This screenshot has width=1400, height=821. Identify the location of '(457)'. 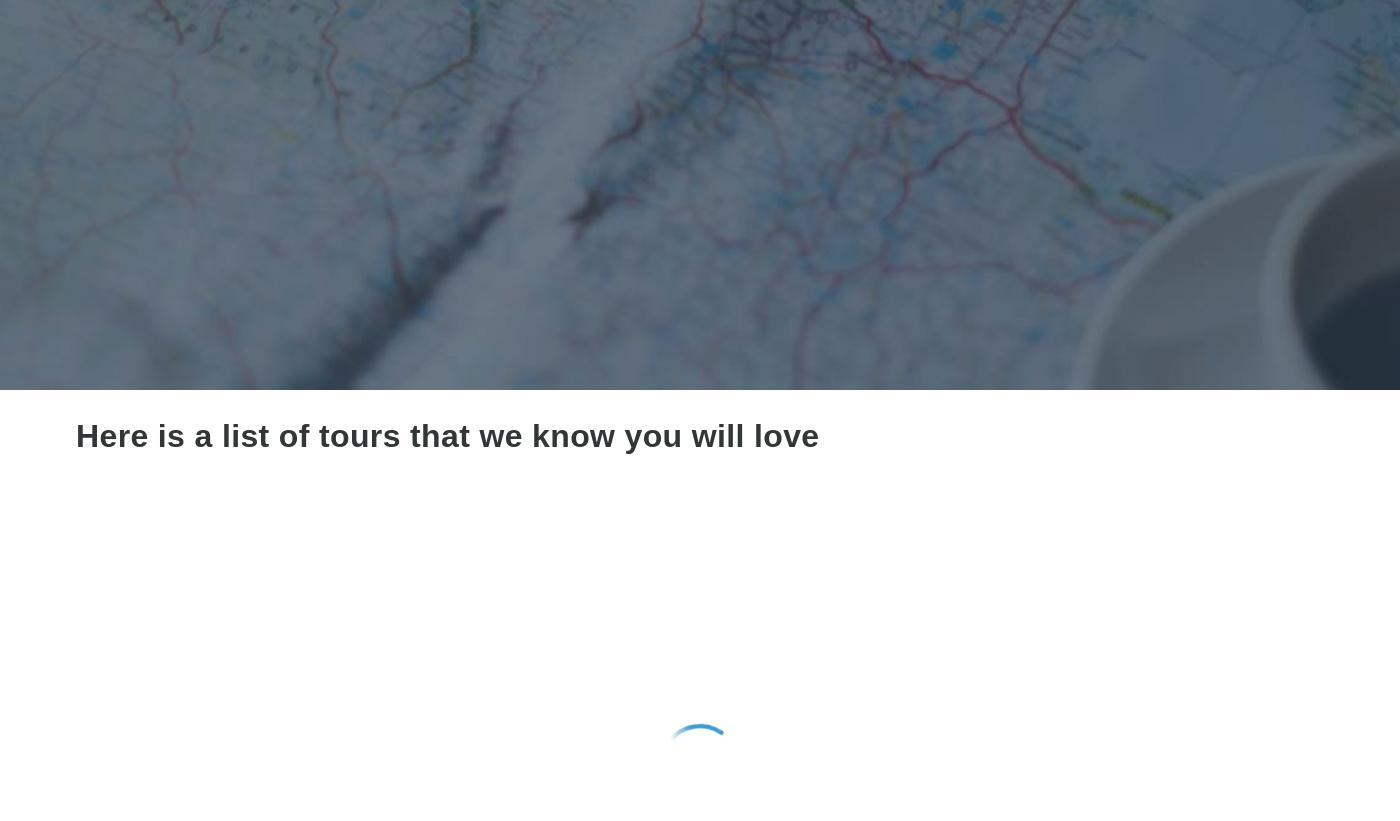
(823, 743).